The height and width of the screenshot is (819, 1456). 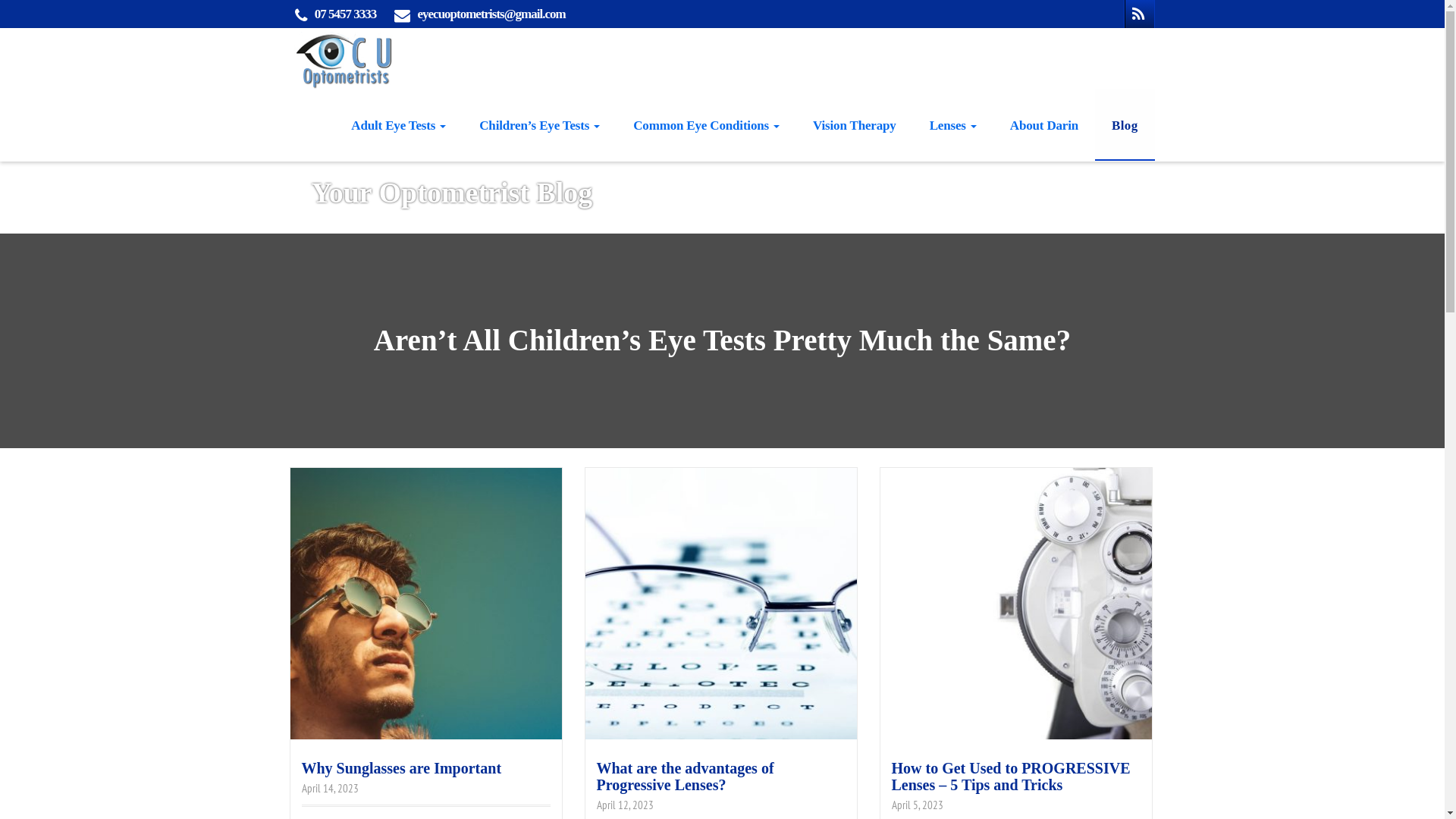 What do you see at coordinates (287, 57) in the screenshot?
I see `'Eye CU Optometrist'` at bounding box center [287, 57].